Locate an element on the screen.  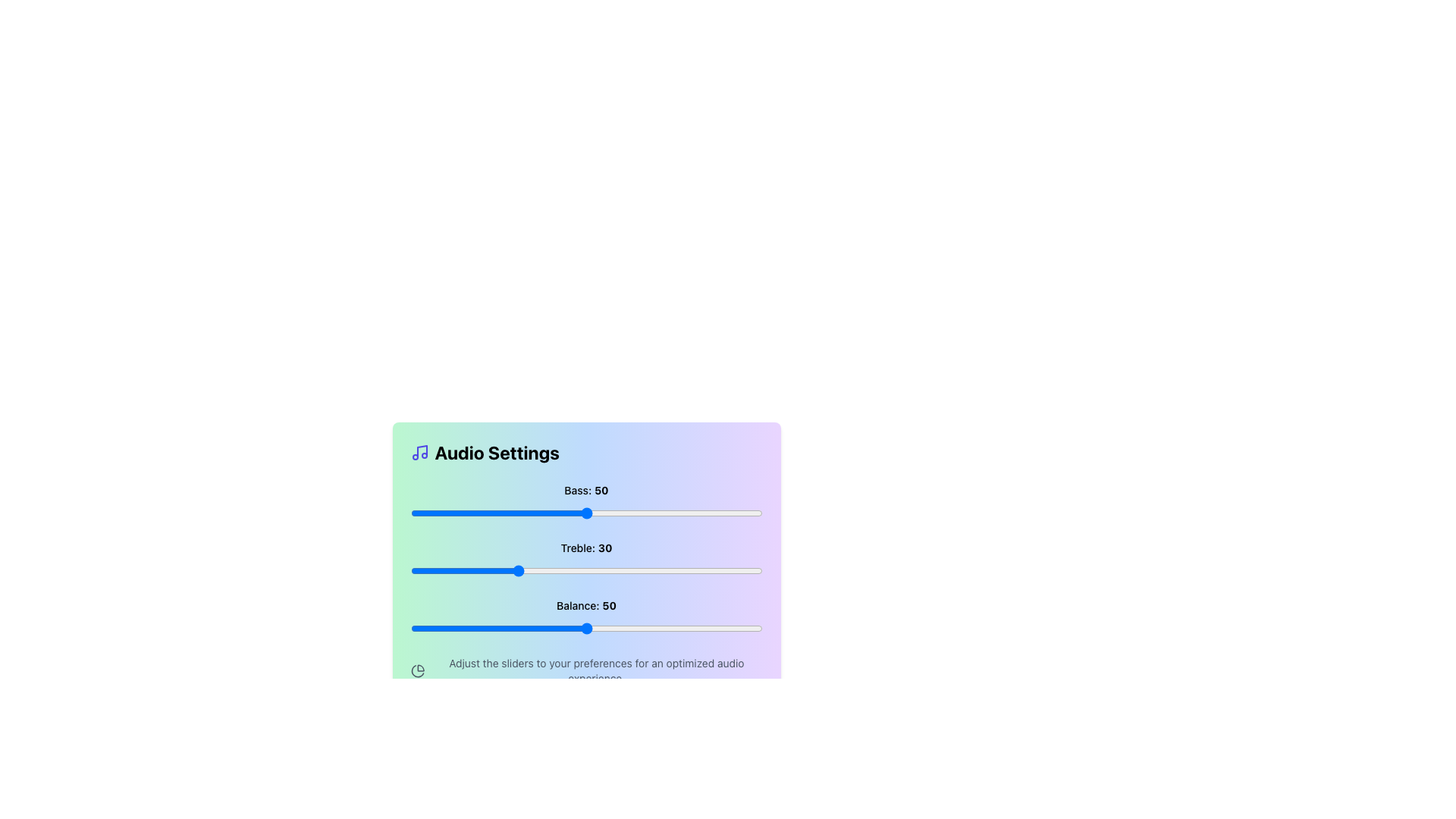
the bass level is located at coordinates (547, 513).